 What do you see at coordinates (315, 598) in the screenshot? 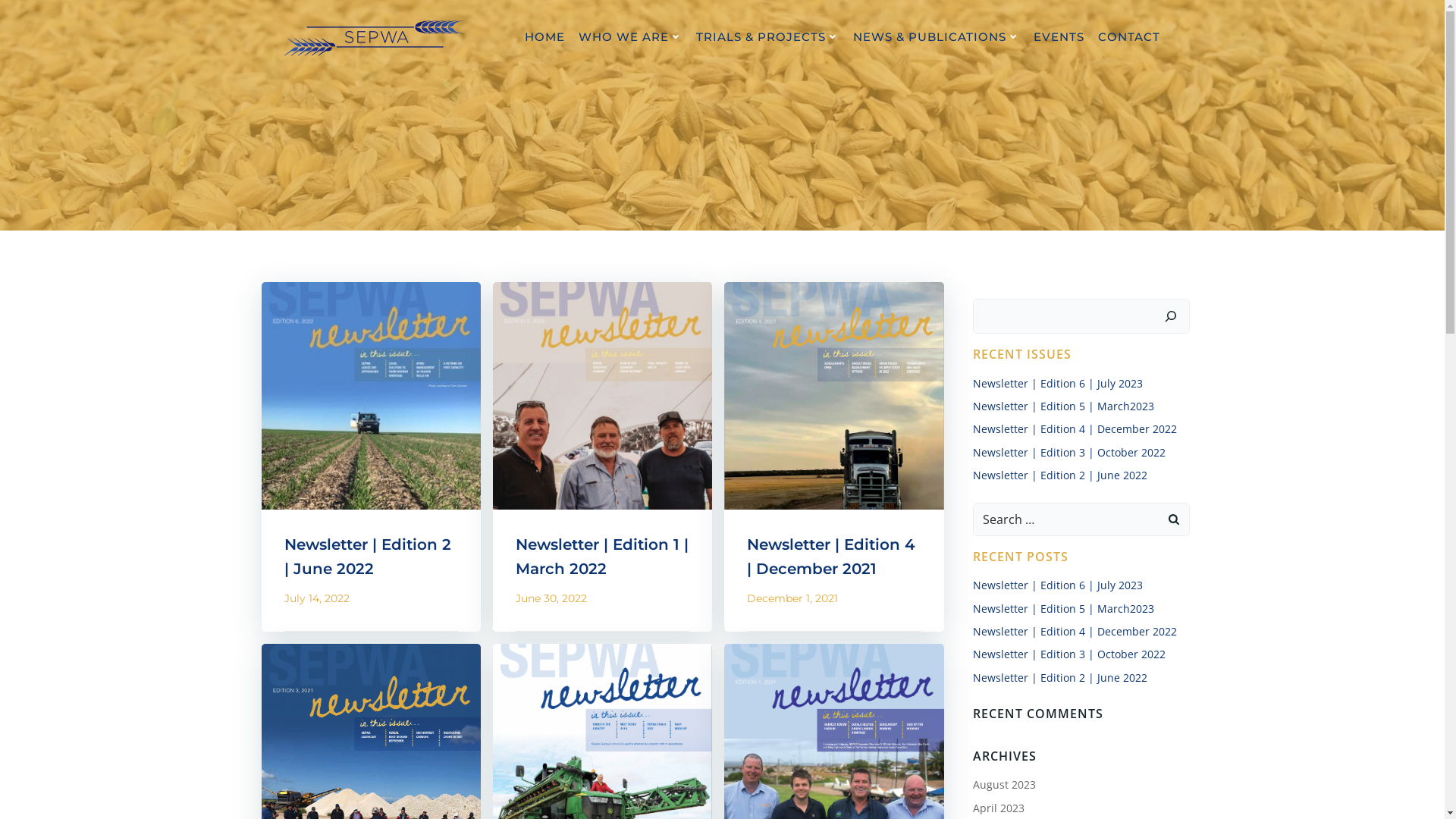
I see `'July 14, 2022'` at bounding box center [315, 598].